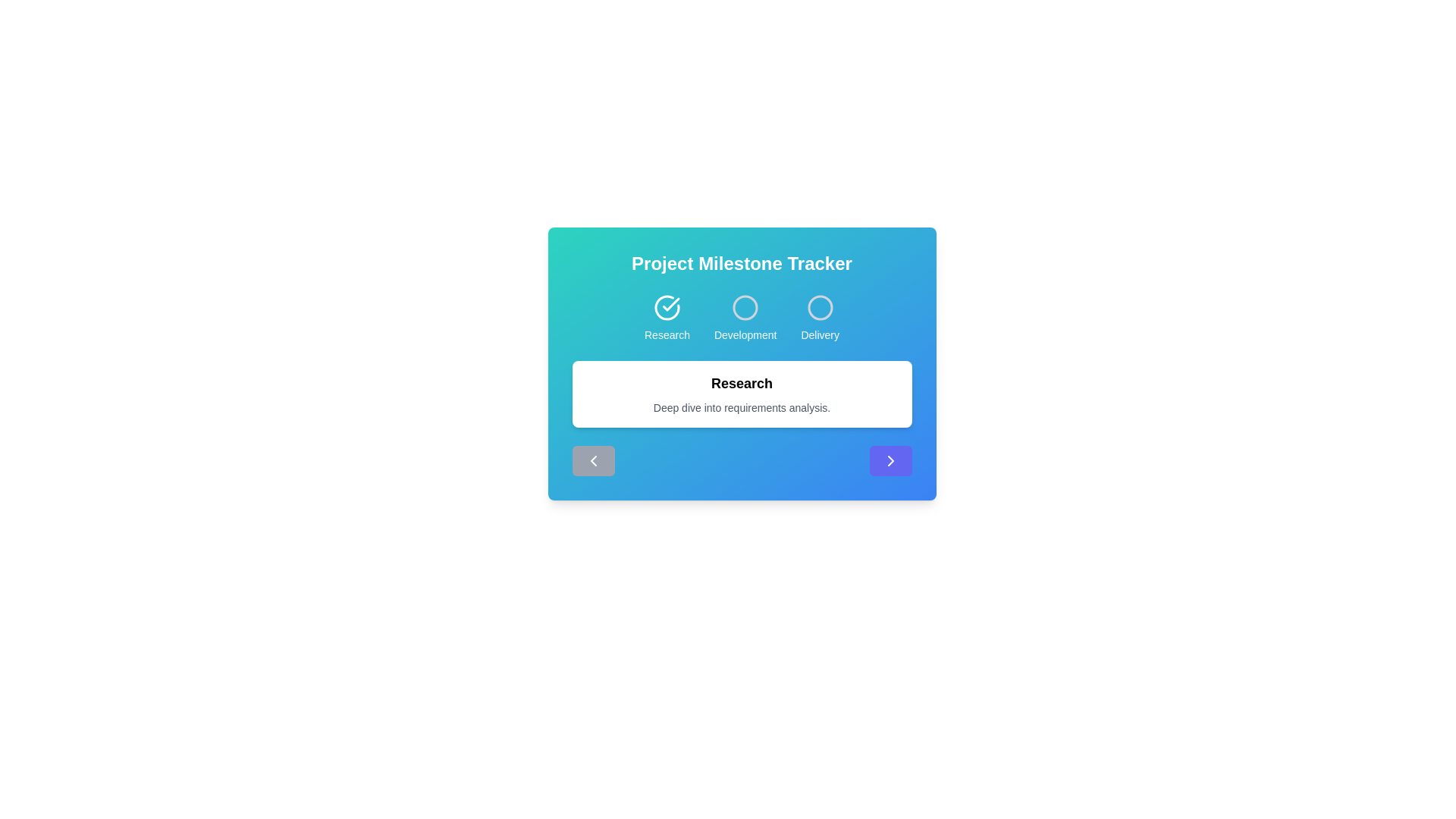 The height and width of the screenshot is (819, 1456). I want to click on the static text element titled 'Project Milestone Tracker', which is displayed in bold, large white text on a gradient background, so click(742, 262).